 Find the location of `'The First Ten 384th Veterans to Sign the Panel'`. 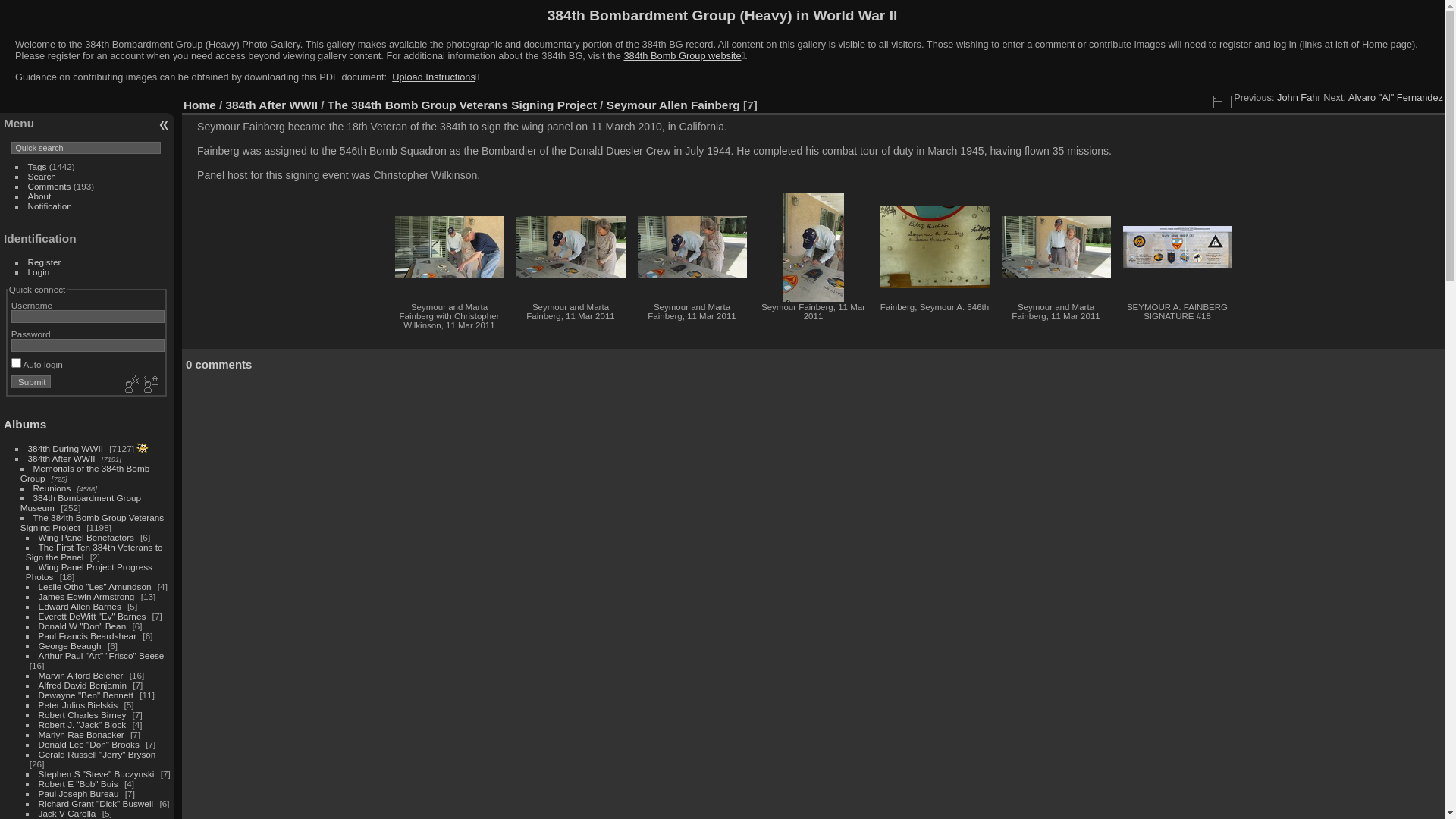

'The First Ten 384th Veterans to Sign the Panel' is located at coordinates (93, 552).